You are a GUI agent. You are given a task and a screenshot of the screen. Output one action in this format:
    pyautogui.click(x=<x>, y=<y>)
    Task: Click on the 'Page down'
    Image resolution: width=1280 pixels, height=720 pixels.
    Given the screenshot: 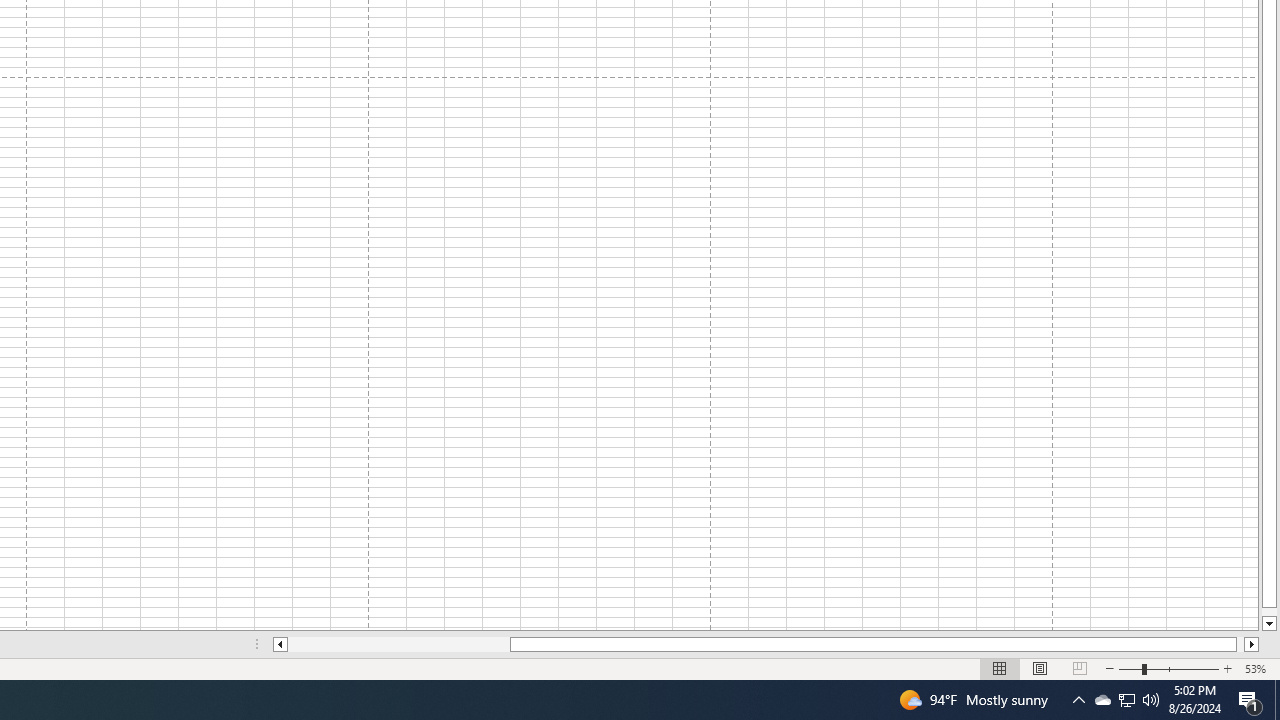 What is the action you would take?
    pyautogui.click(x=1268, y=611)
    